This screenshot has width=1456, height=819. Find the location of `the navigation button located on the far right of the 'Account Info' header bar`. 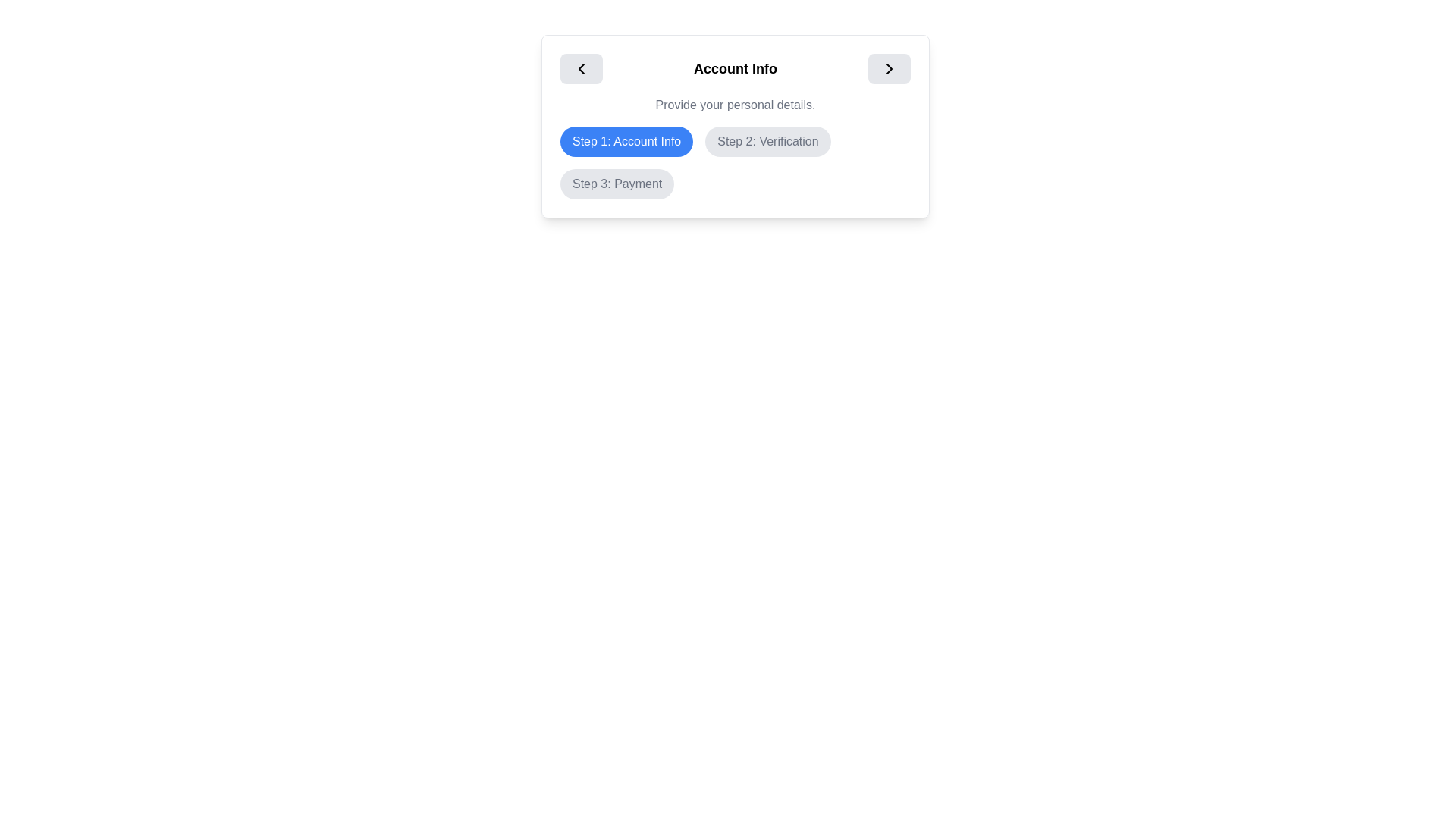

the navigation button located on the far right of the 'Account Info' header bar is located at coordinates (889, 69).